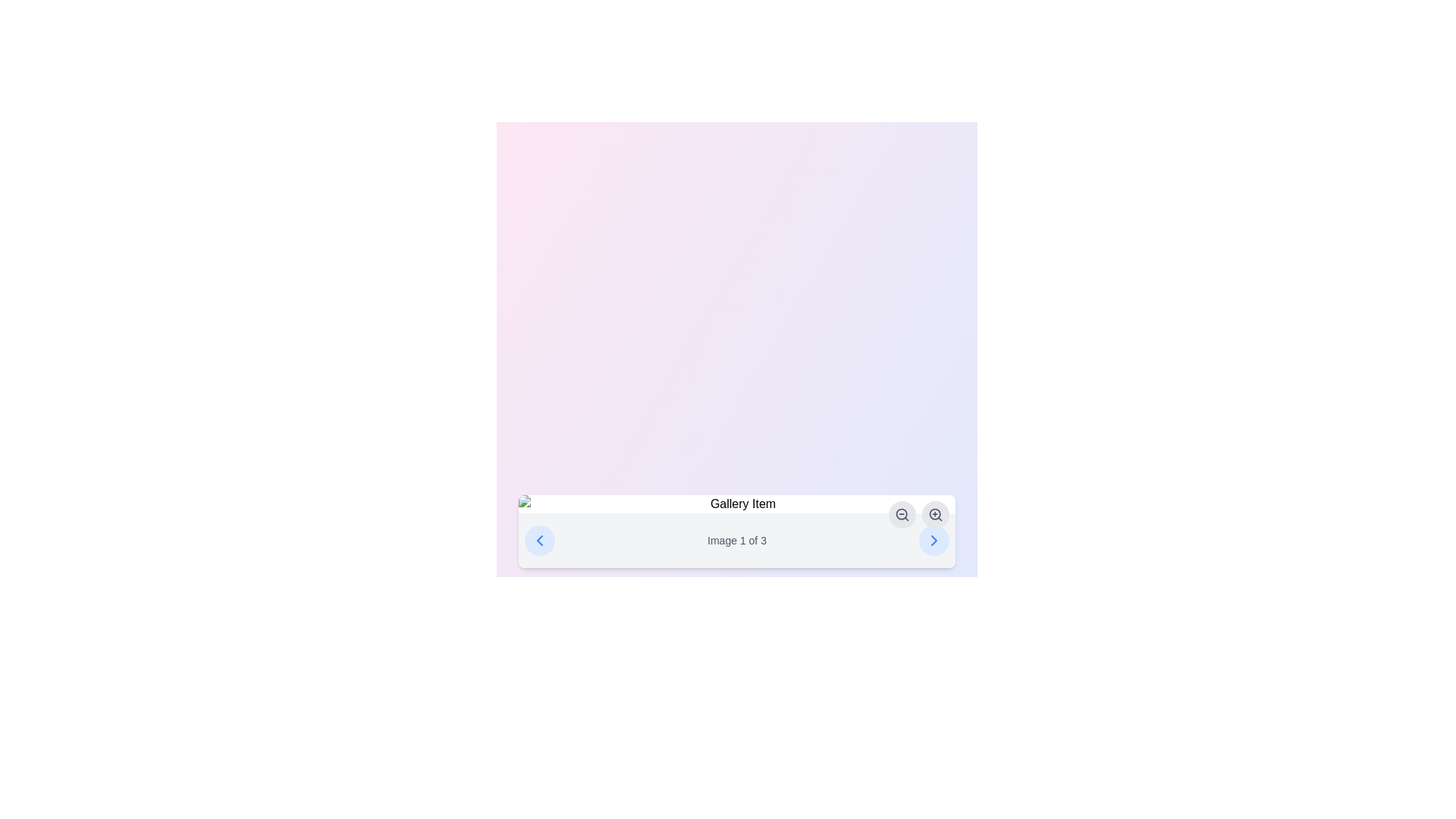  What do you see at coordinates (934, 540) in the screenshot?
I see `the circular button with a blue background and a right-pointing arrow, located at the rightmost position among control buttons in the footer of the gallery interface` at bounding box center [934, 540].